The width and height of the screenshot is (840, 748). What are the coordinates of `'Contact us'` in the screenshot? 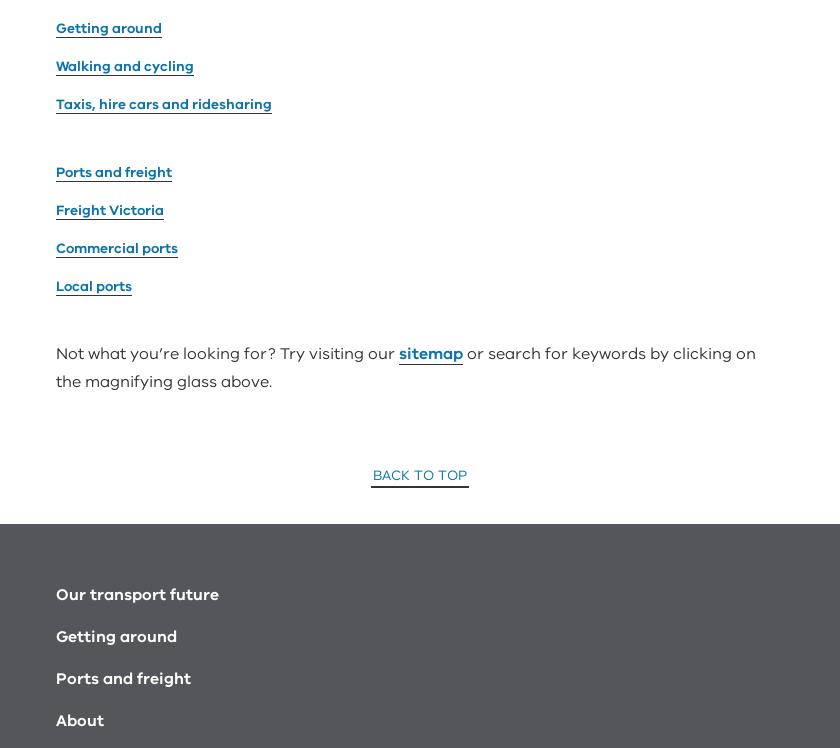 It's located at (99, 577).